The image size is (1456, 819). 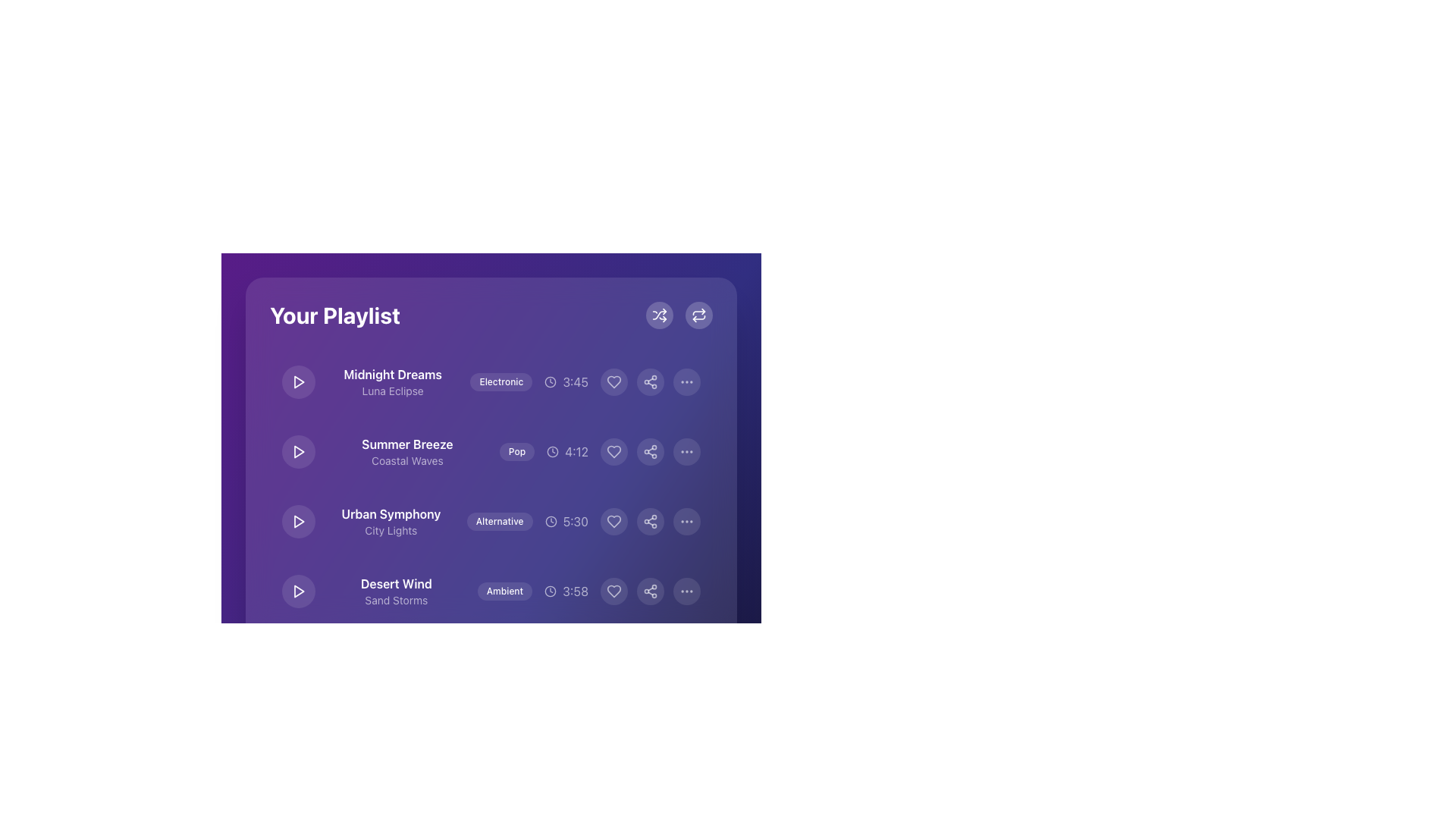 I want to click on the time-related icon that signifies the duration of the song 'Midnight Dreams', located in the first row of the playlist, directly to the right of the 'Electronic' genre tag, so click(x=550, y=381).